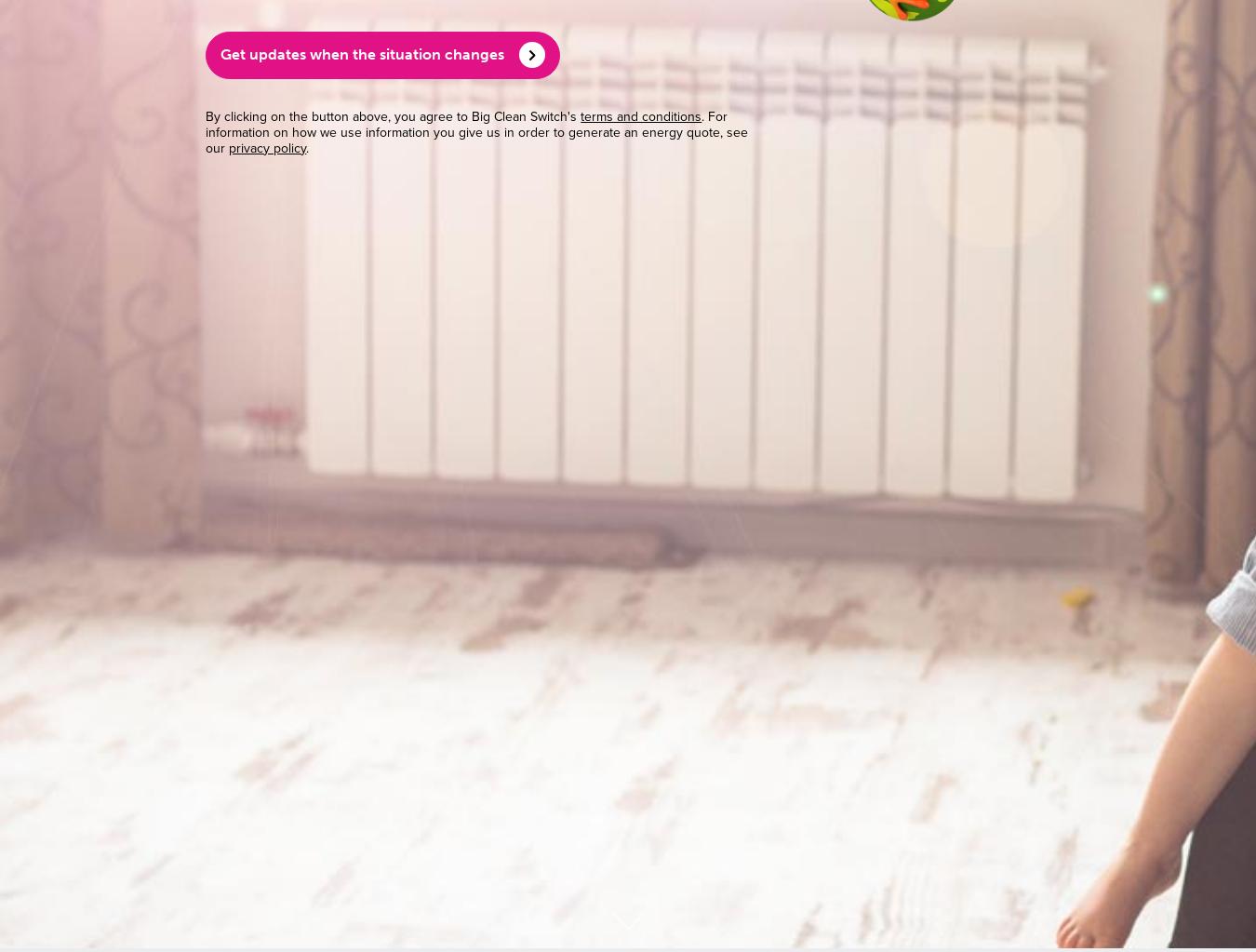  I want to click on 'Which?', so click(339, 407).